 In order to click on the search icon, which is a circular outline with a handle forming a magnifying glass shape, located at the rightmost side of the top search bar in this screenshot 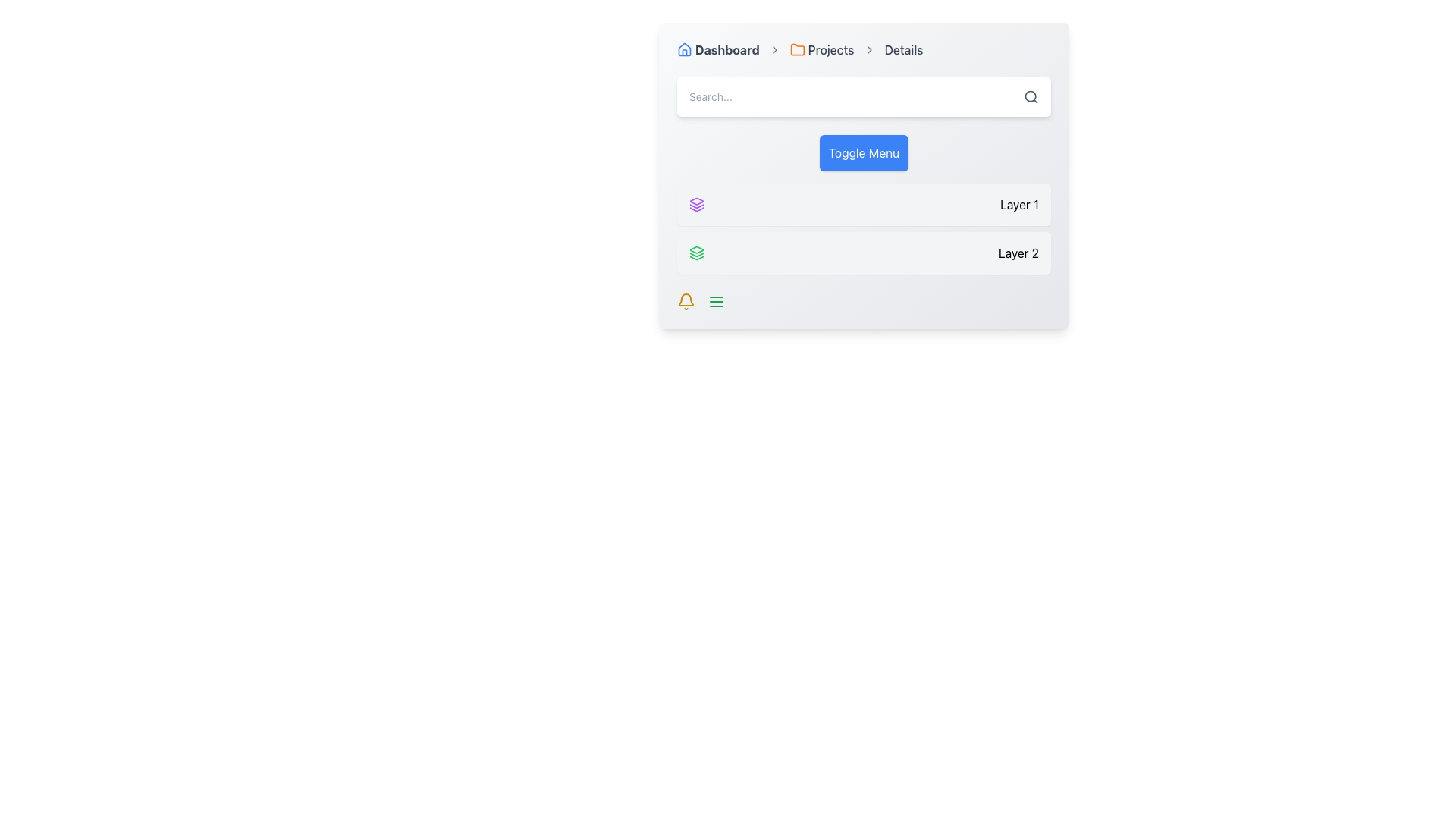, I will do `click(1031, 96)`.